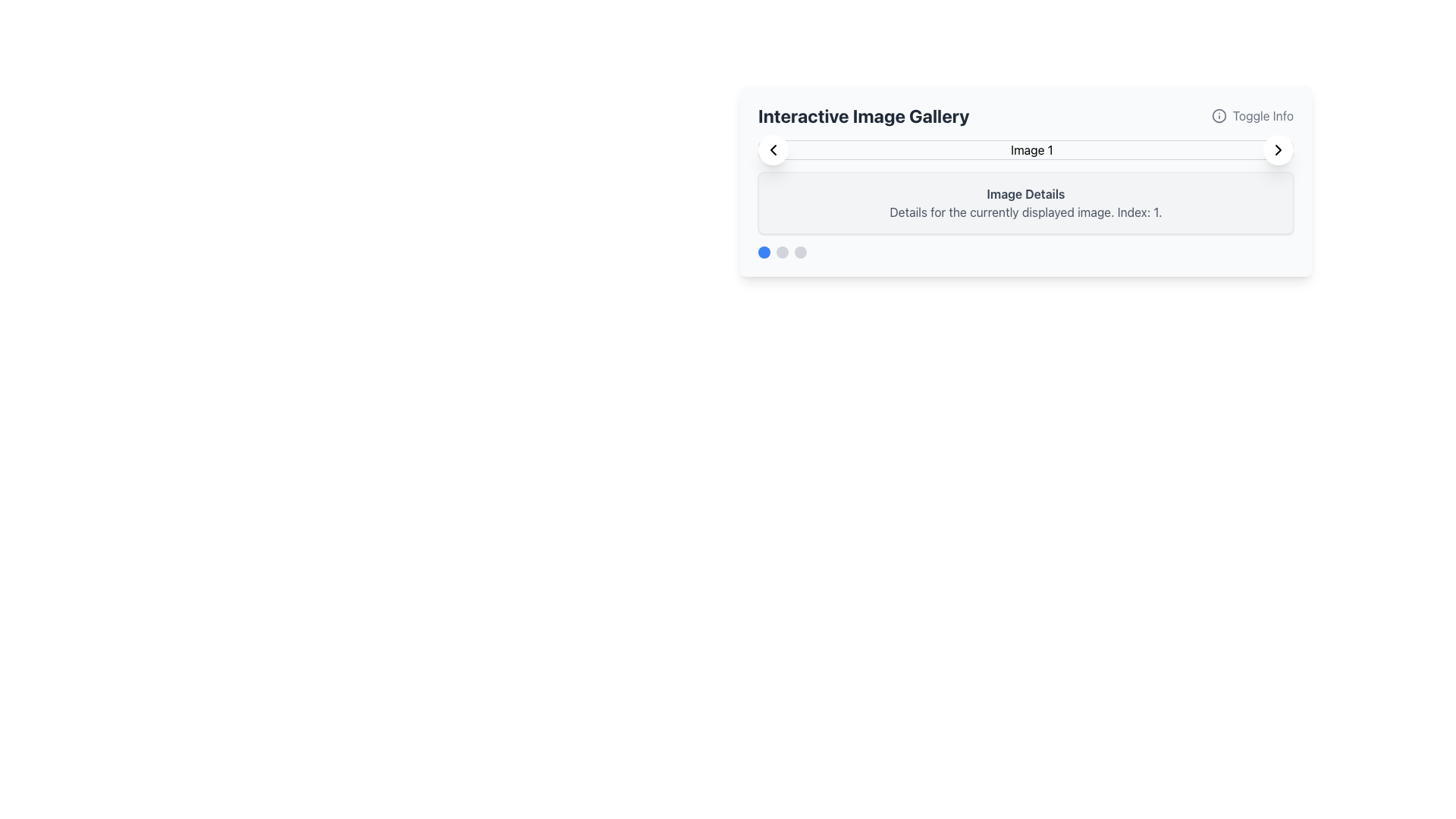  I want to click on the Chevron left icon located near the top-left corner of the interface, so click(773, 149).